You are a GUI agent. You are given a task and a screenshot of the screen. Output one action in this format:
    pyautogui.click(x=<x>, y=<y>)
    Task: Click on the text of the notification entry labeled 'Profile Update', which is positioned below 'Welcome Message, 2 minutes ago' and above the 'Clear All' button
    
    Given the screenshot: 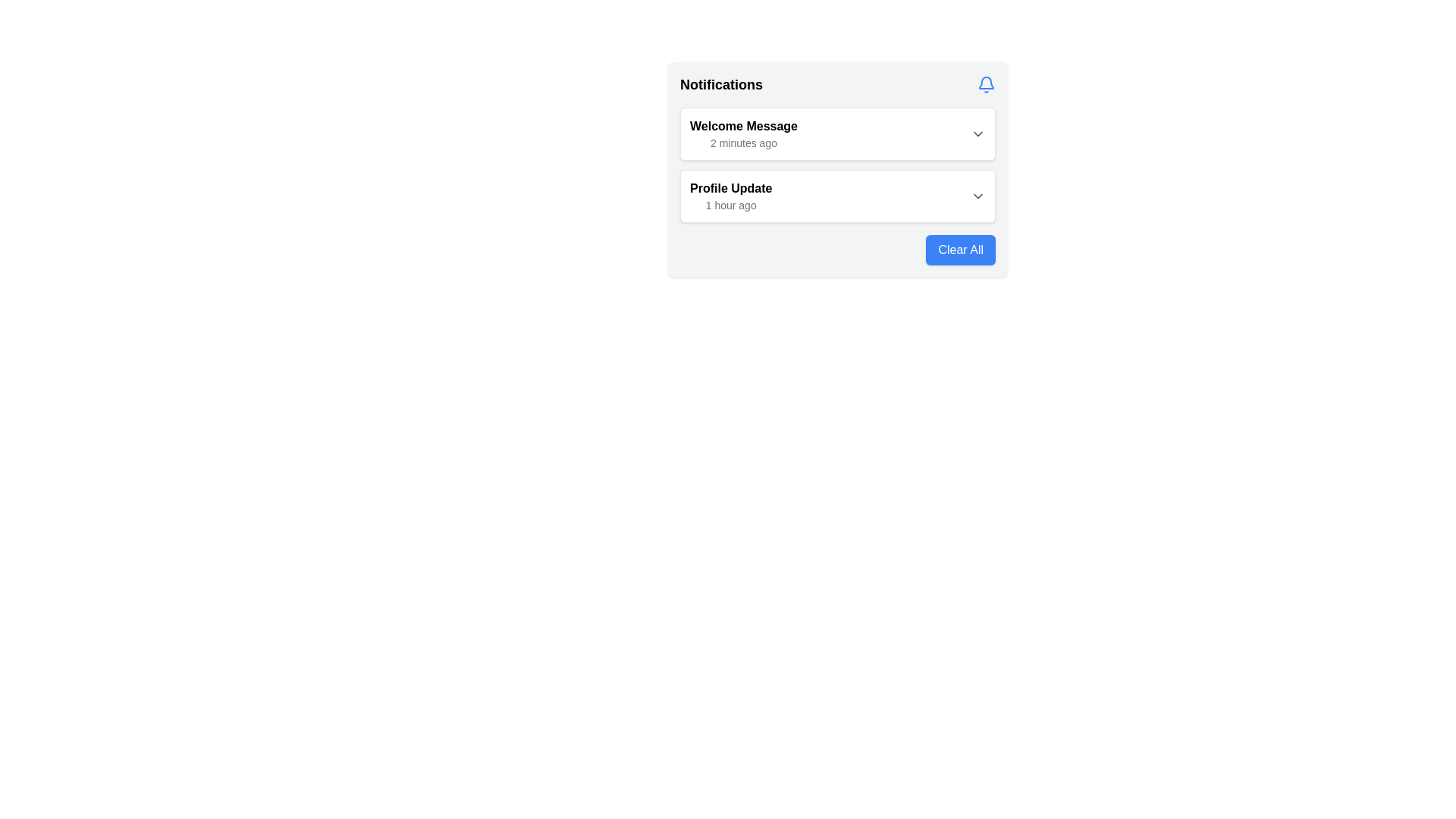 What is the action you would take?
    pyautogui.click(x=731, y=195)
    